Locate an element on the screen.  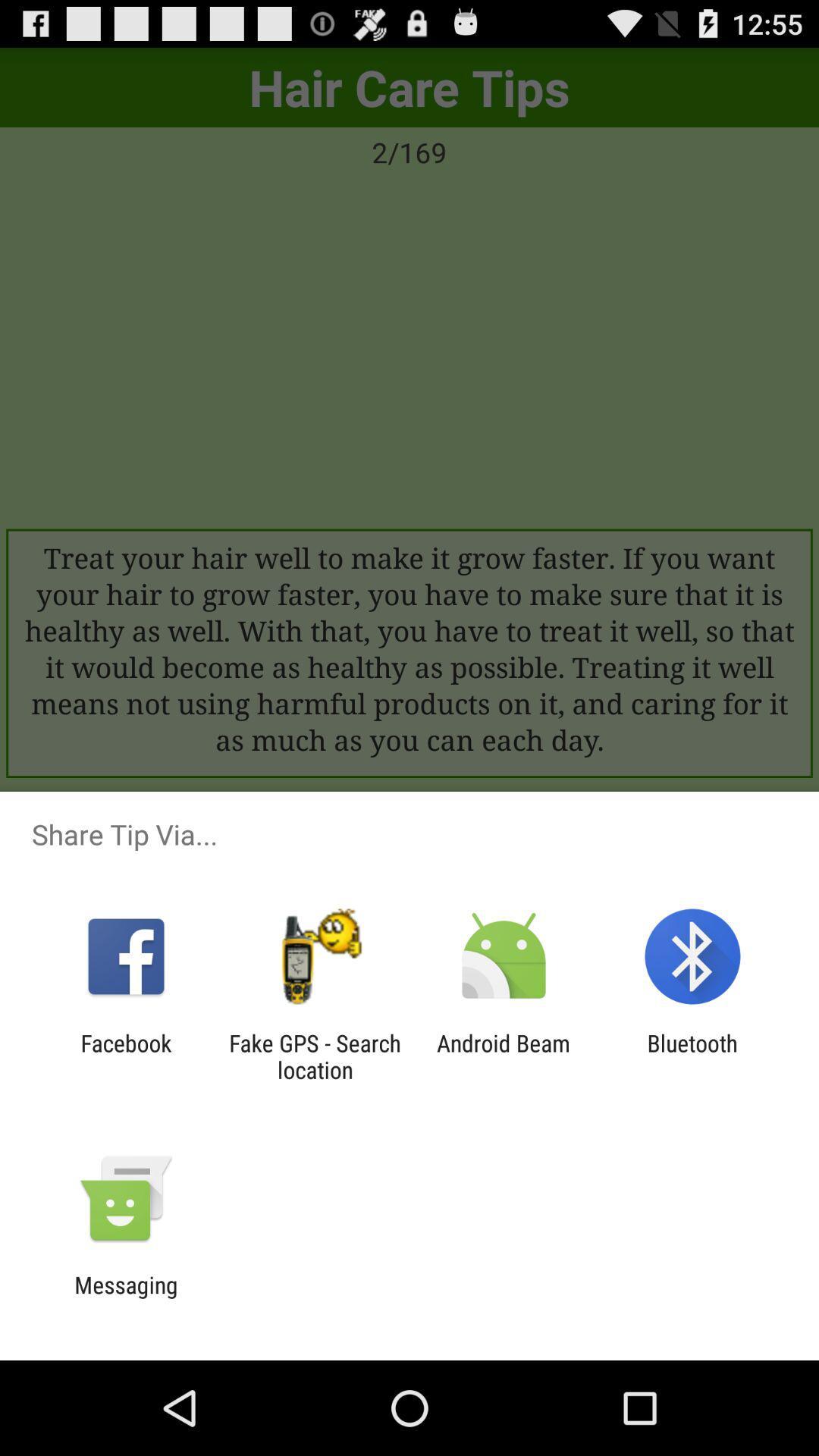
icon to the right of the fake gps search icon is located at coordinates (504, 1056).